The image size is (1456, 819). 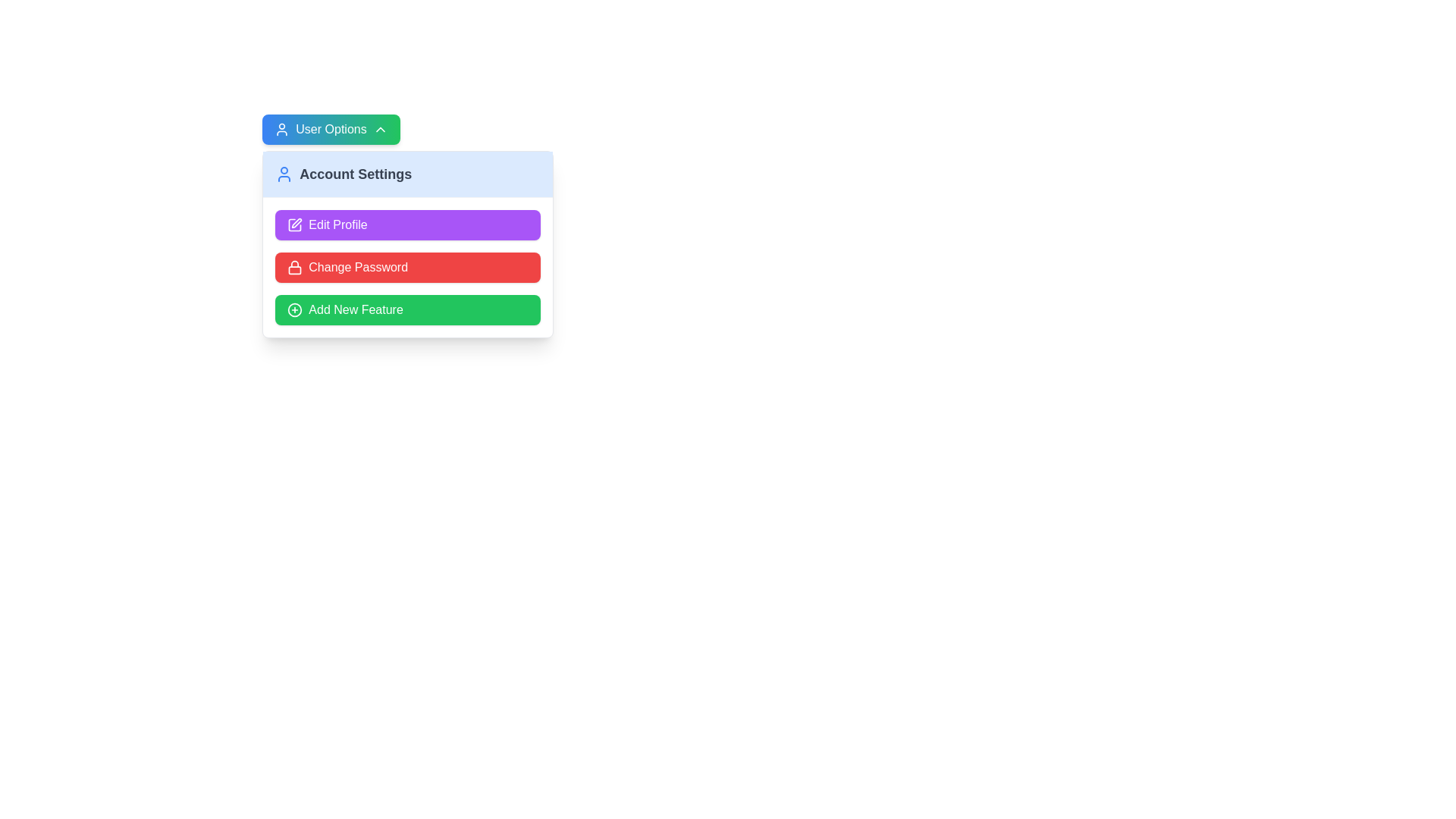 What do you see at coordinates (408, 243) in the screenshot?
I see `any button within the user settings dropdown menu located below the 'User Options' button` at bounding box center [408, 243].